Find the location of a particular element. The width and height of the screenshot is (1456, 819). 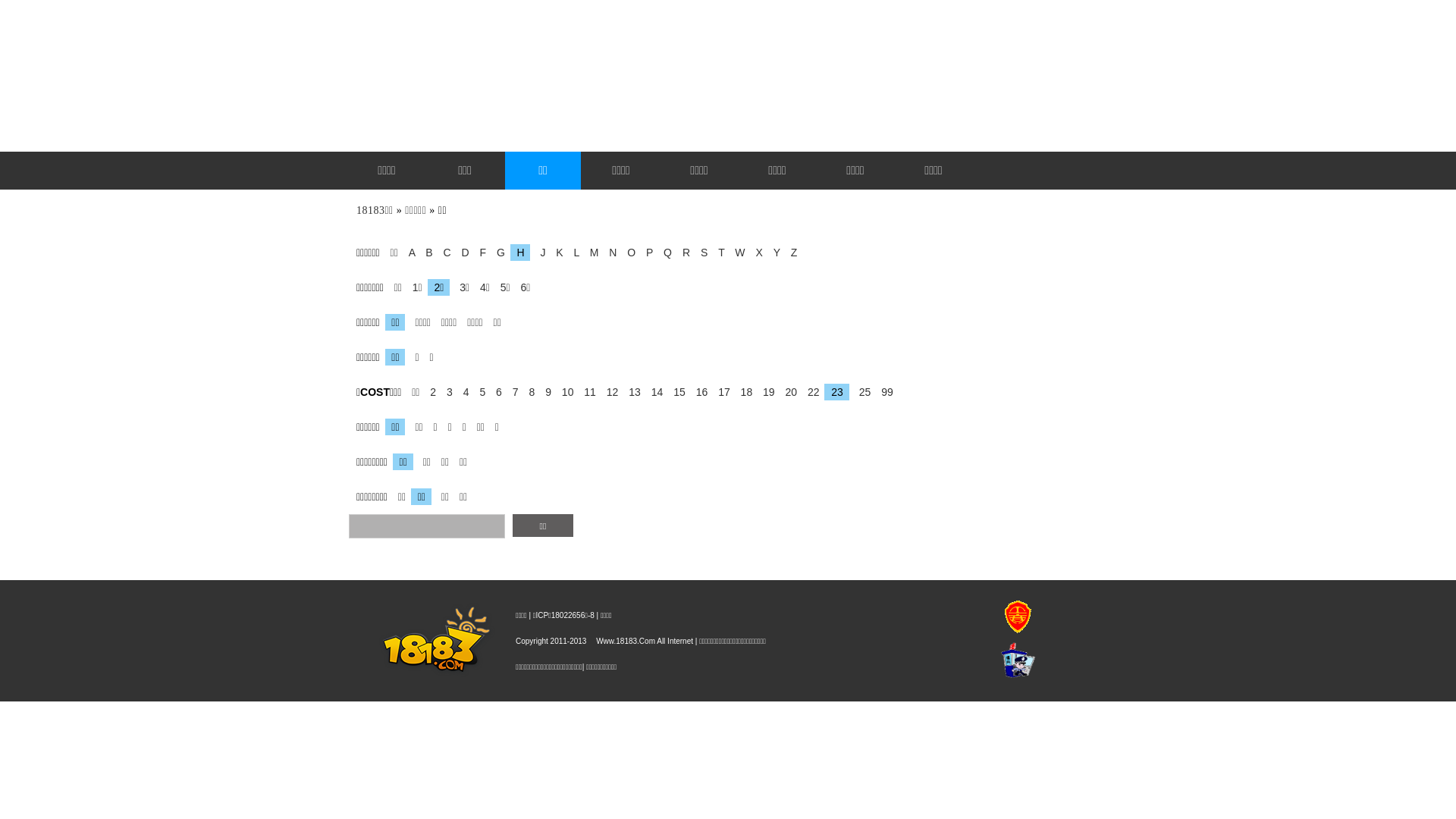

'B' is located at coordinates (418, 251).